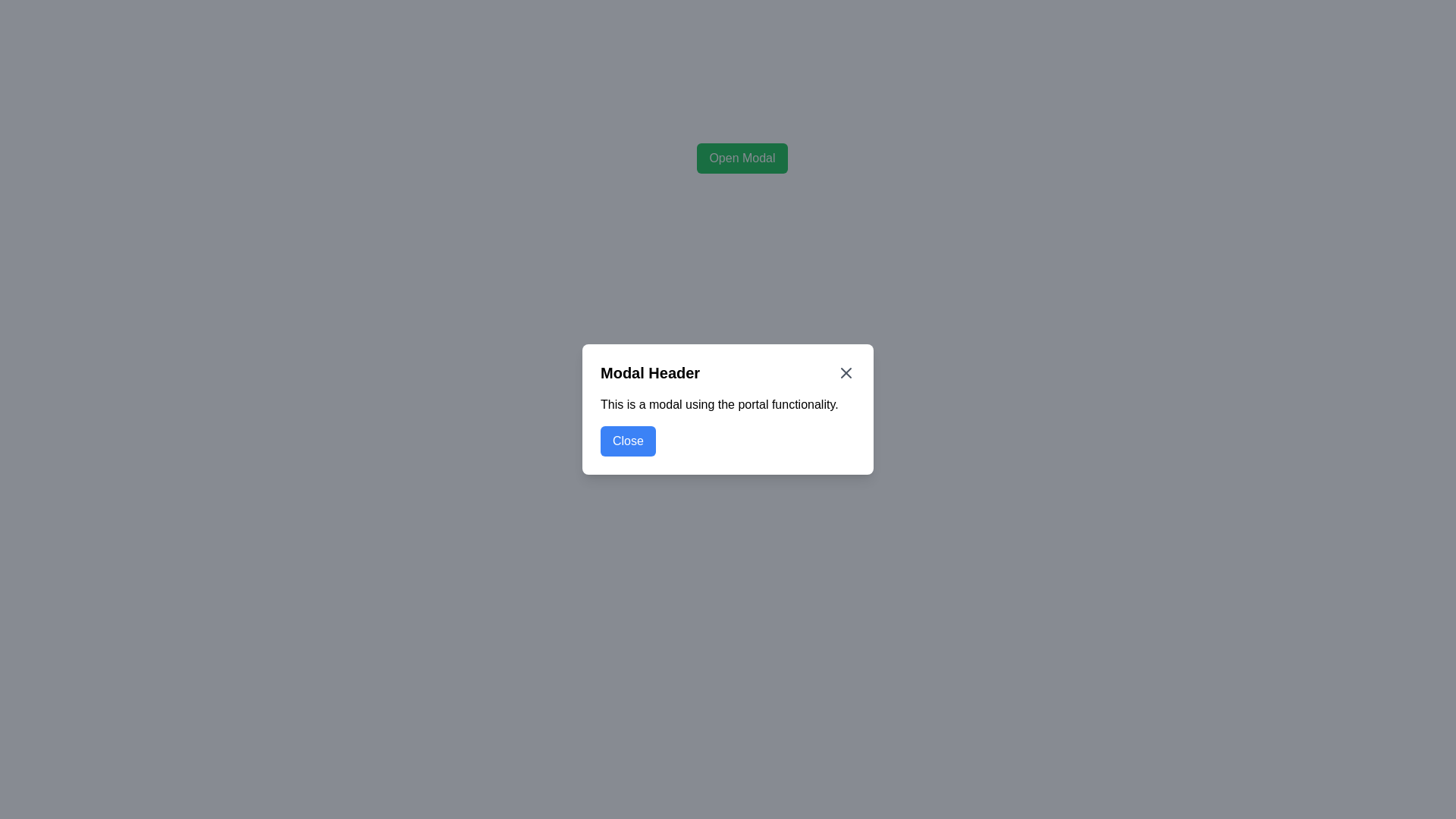  I want to click on the button with a green background and text 'Open Modal', so click(742, 158).